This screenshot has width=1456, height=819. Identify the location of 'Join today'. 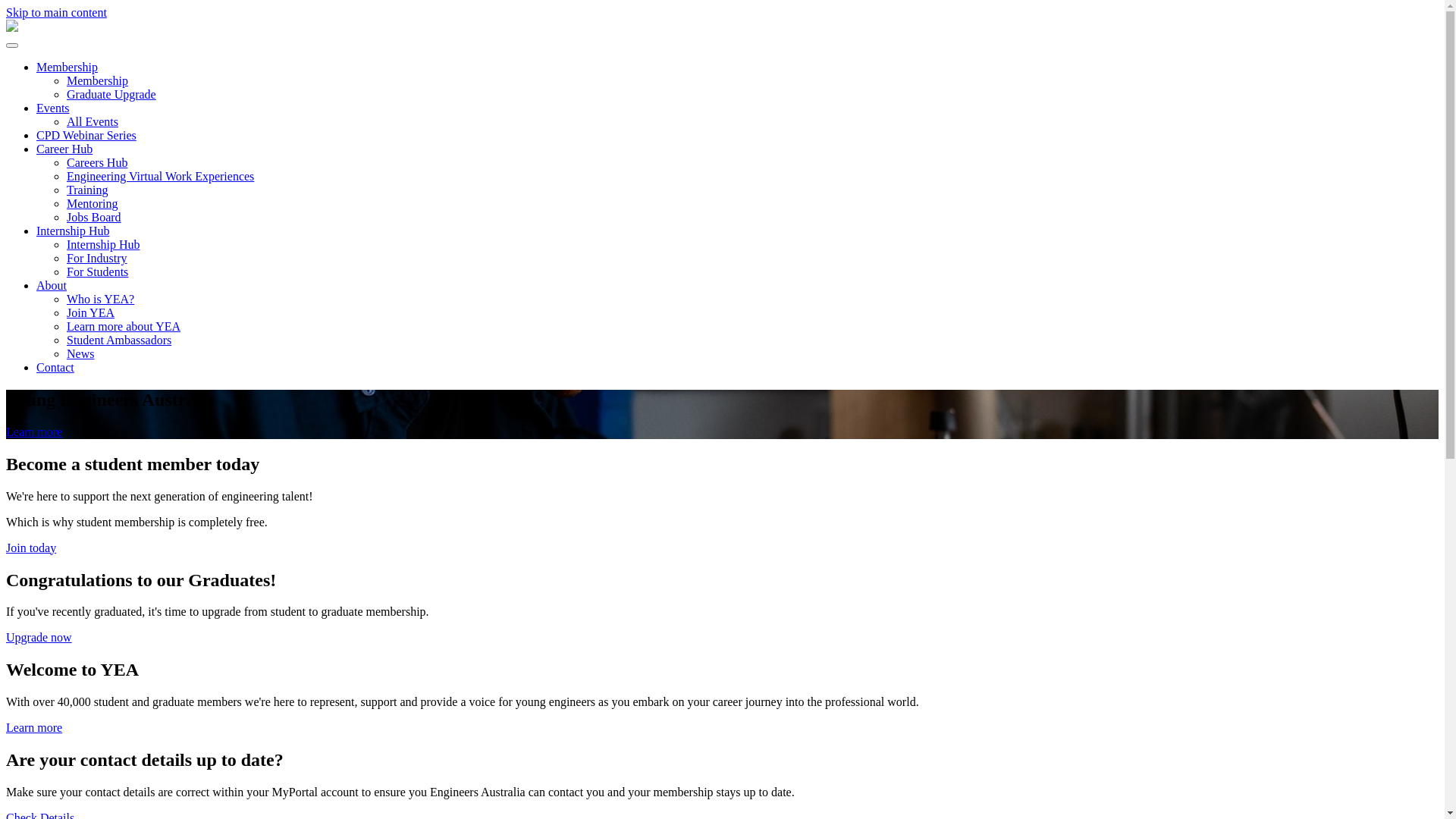
(31, 548).